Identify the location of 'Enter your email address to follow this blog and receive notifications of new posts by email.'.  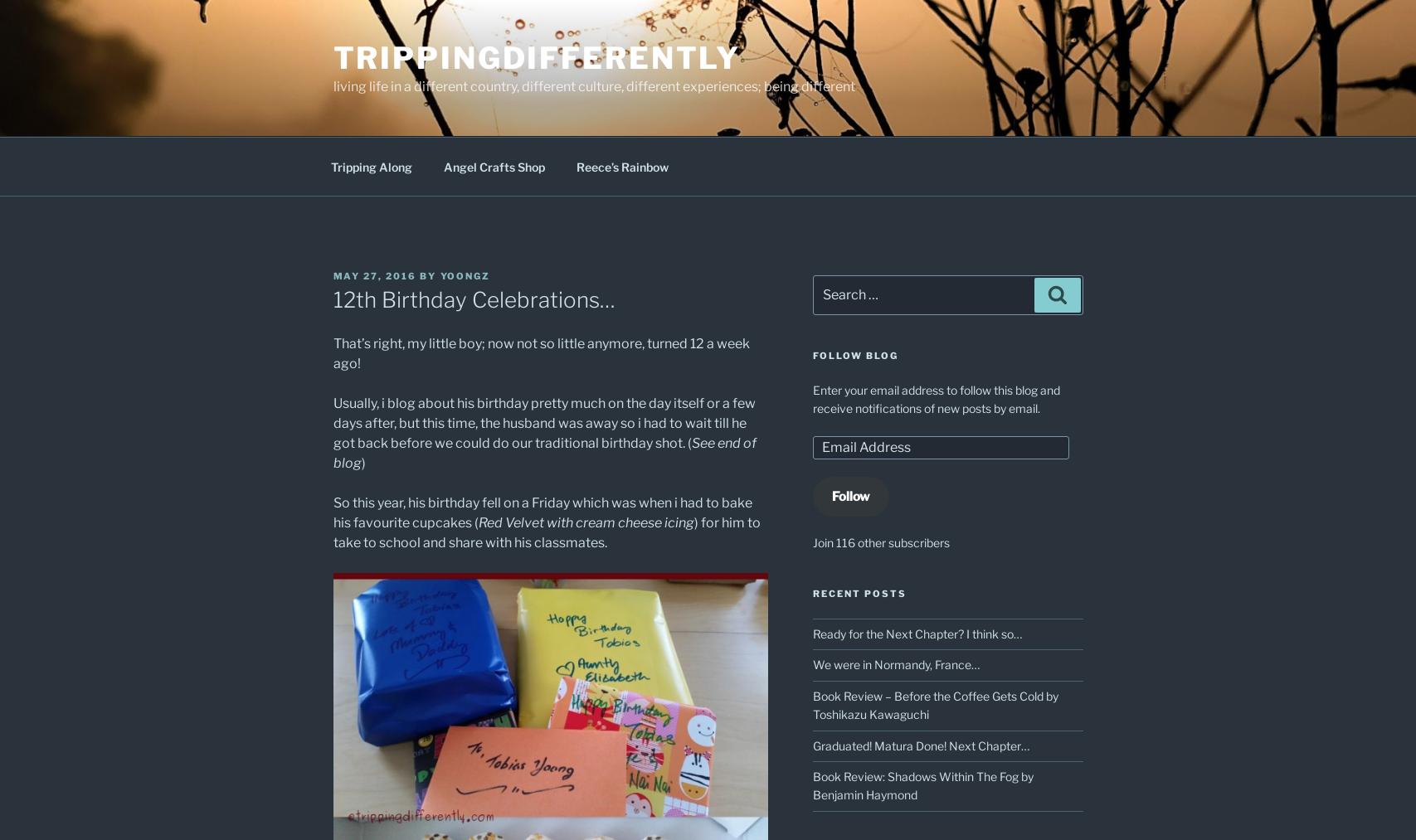
(811, 397).